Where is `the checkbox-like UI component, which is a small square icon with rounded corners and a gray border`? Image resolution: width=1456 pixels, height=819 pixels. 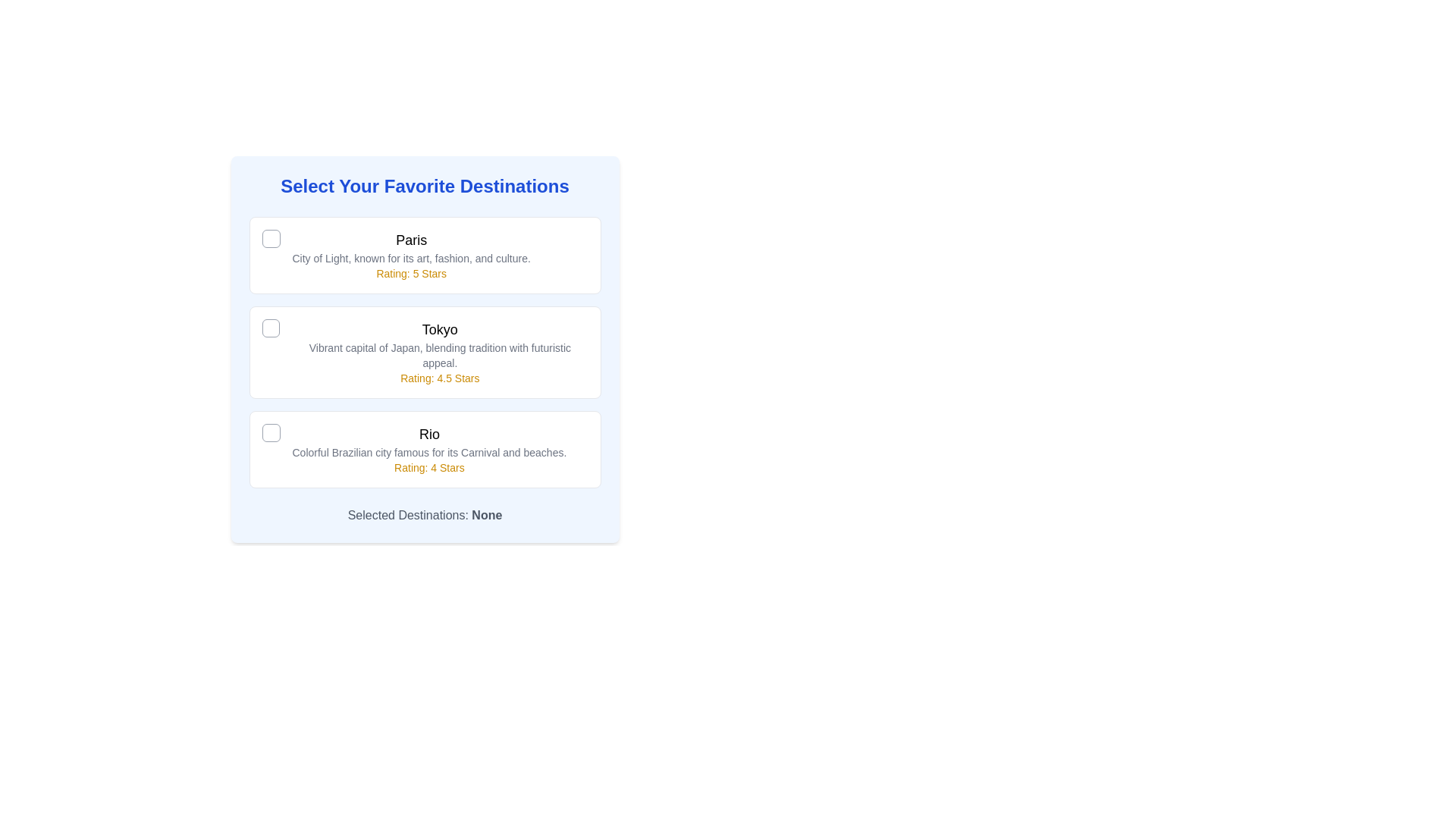 the checkbox-like UI component, which is a small square icon with rounded corners and a gray border is located at coordinates (271, 432).